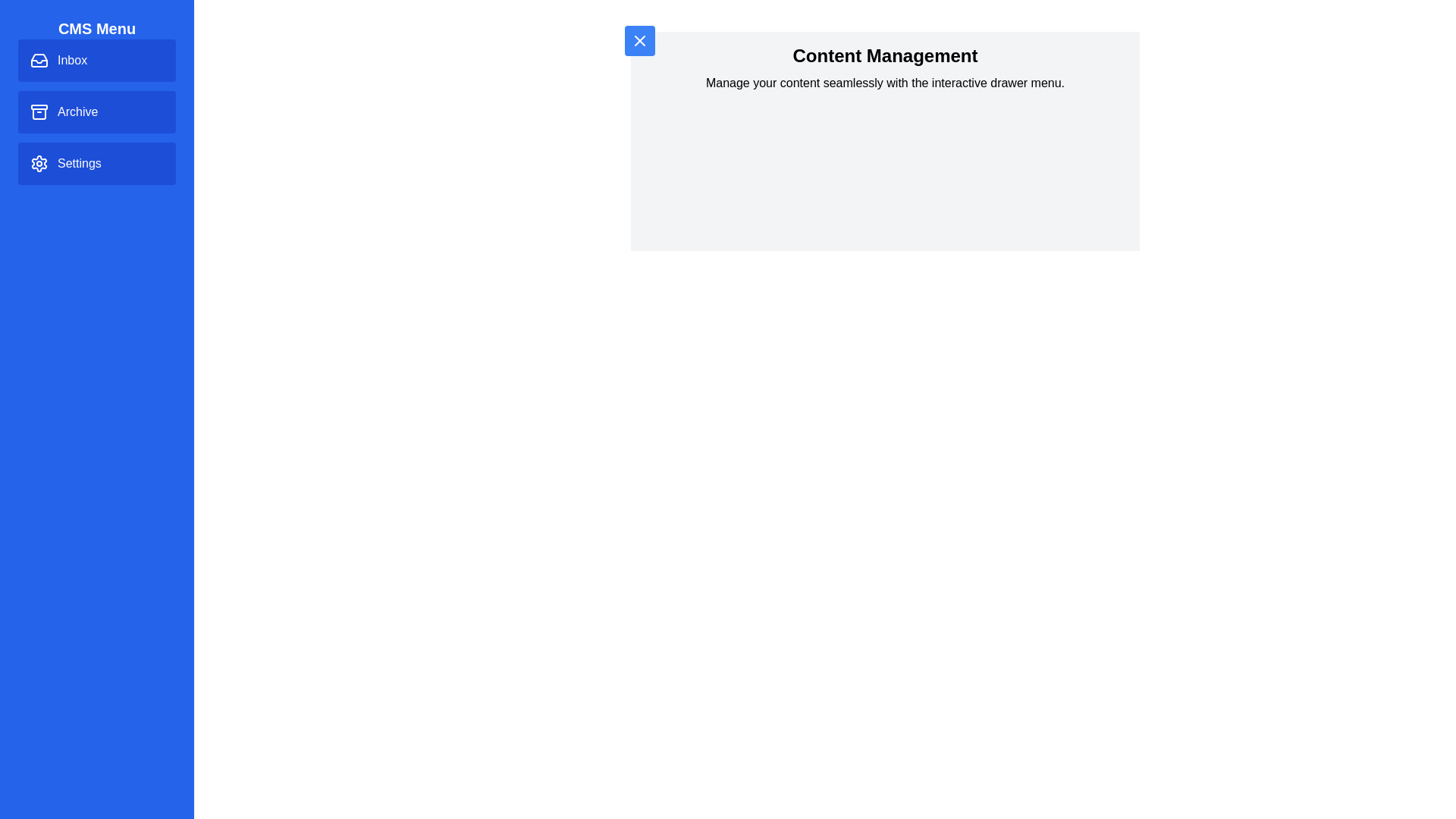 The height and width of the screenshot is (819, 1456). What do you see at coordinates (96, 164) in the screenshot?
I see `the menu item labeled Settings to observe the hover effect` at bounding box center [96, 164].